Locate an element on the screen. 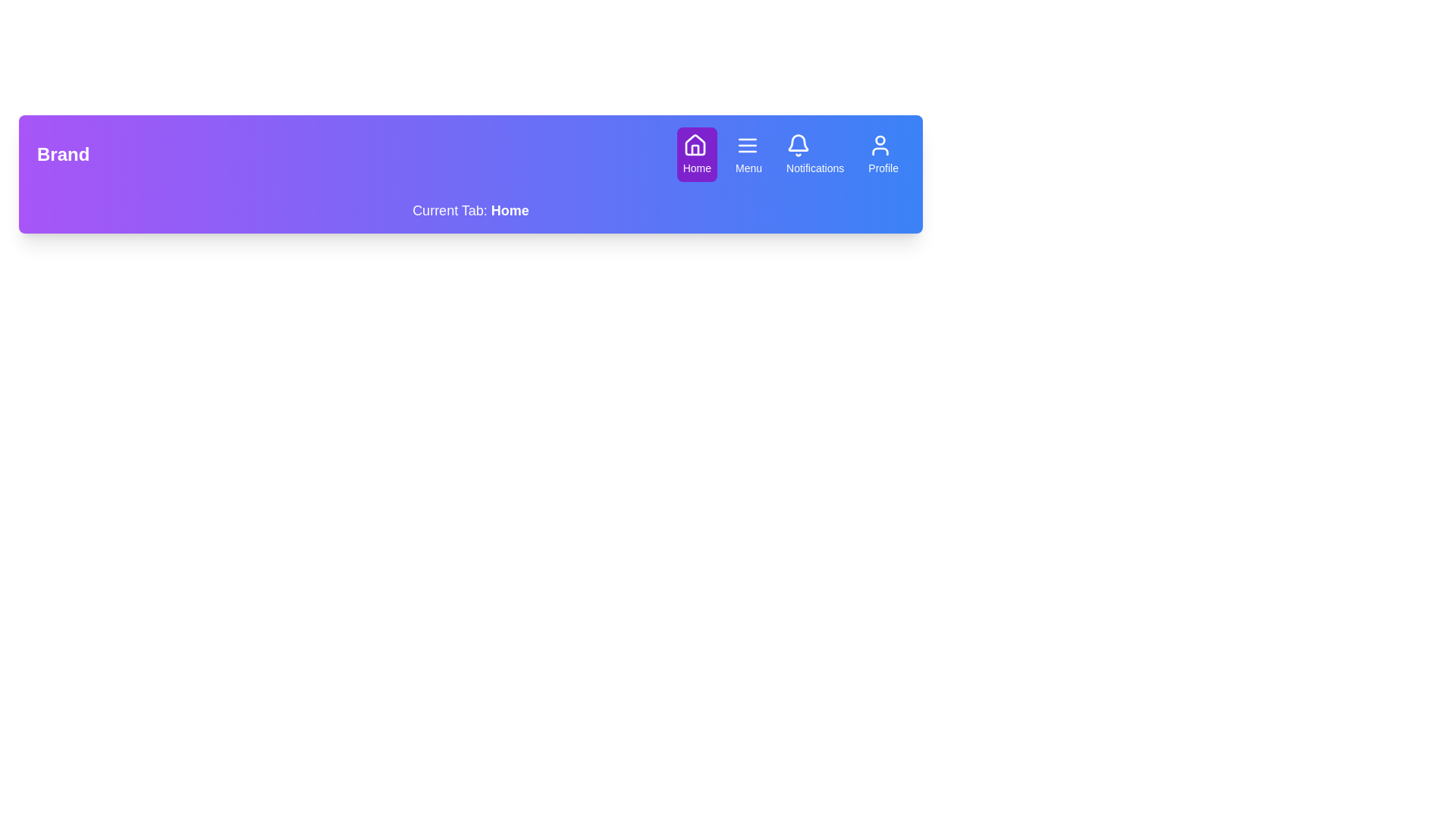  the user profile text label located on the far right of the navigation bar is located at coordinates (883, 168).